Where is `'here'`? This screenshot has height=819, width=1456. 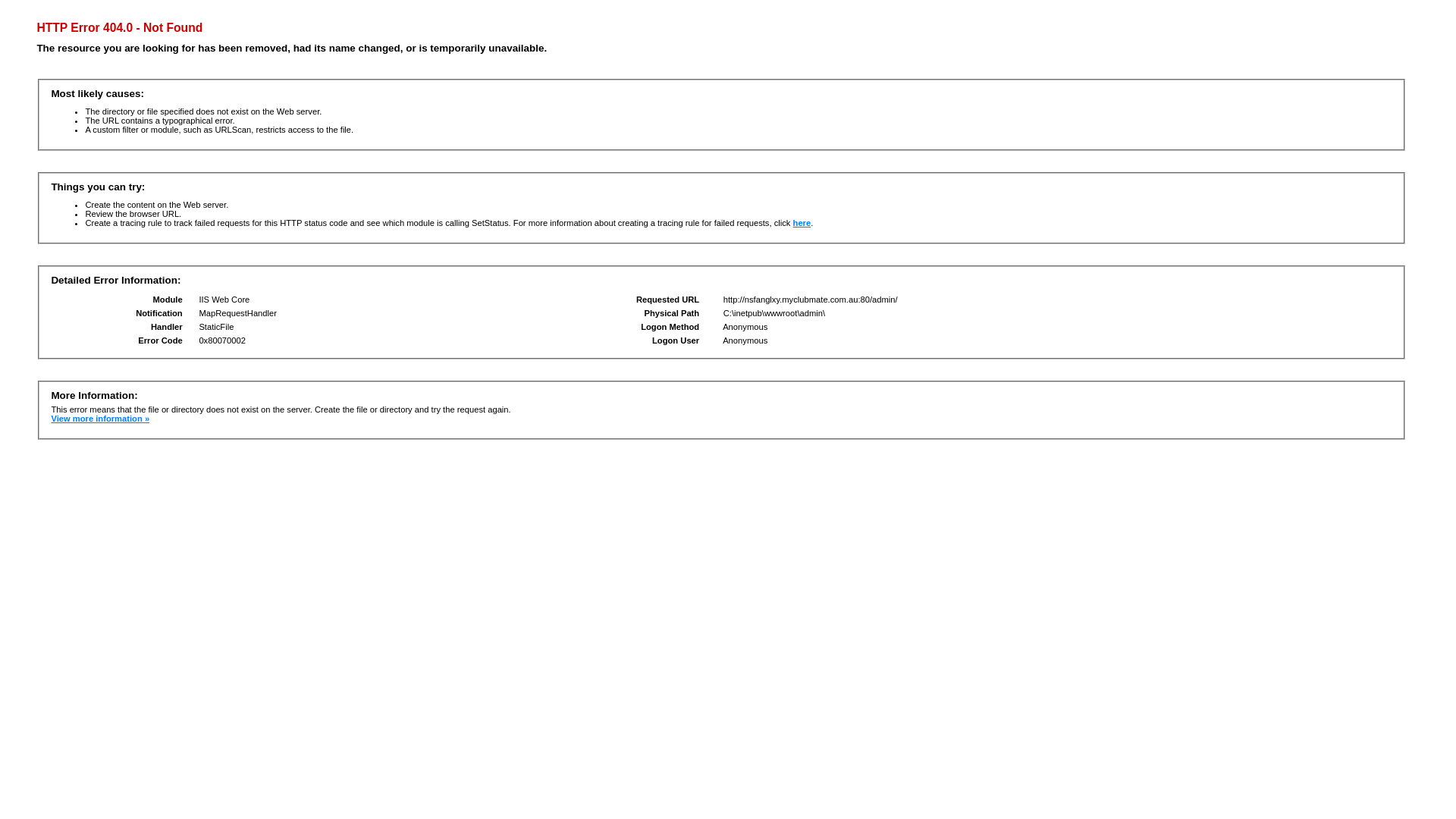 'here' is located at coordinates (801, 222).